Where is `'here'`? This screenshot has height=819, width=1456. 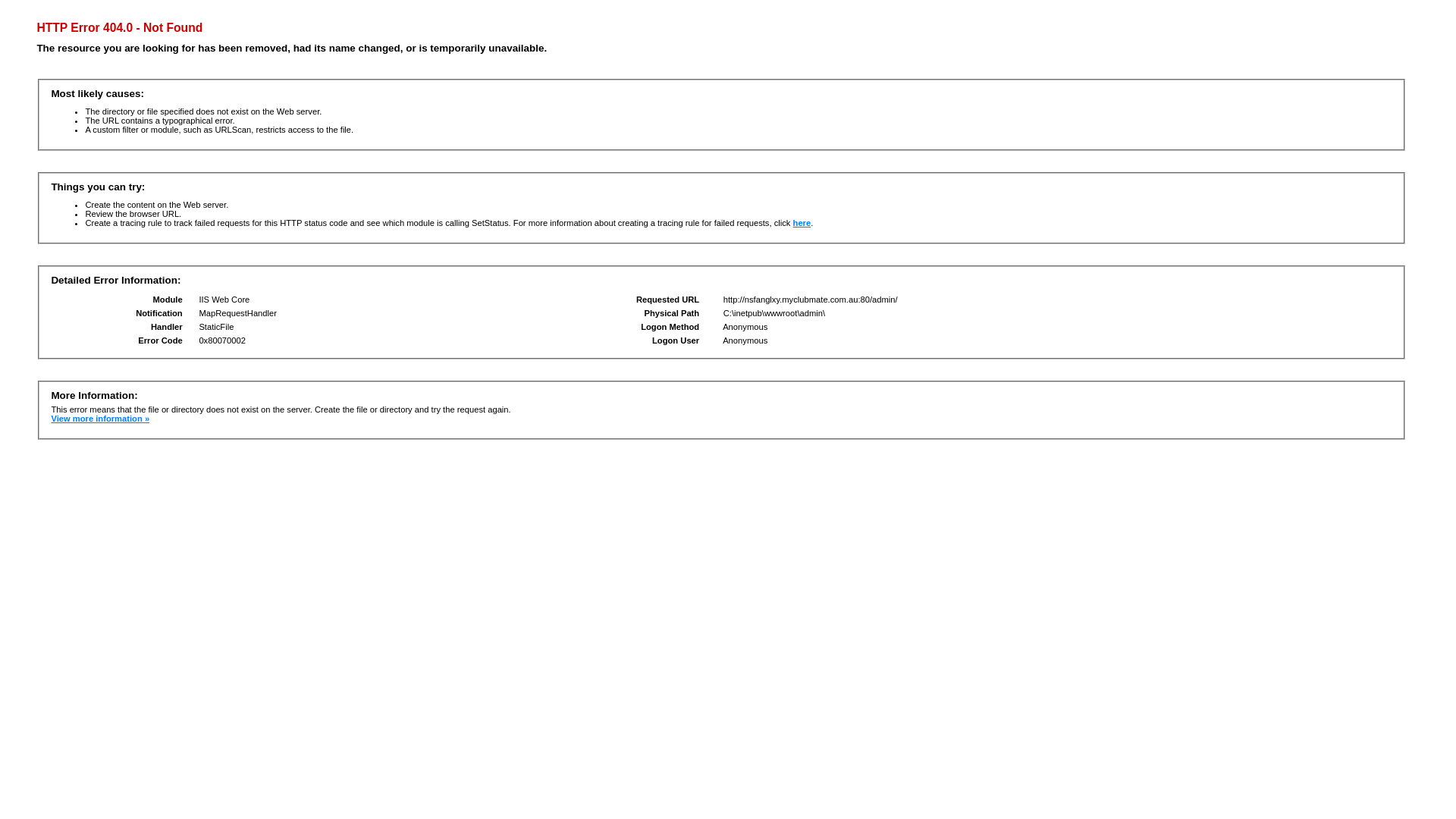 'here' is located at coordinates (801, 222).